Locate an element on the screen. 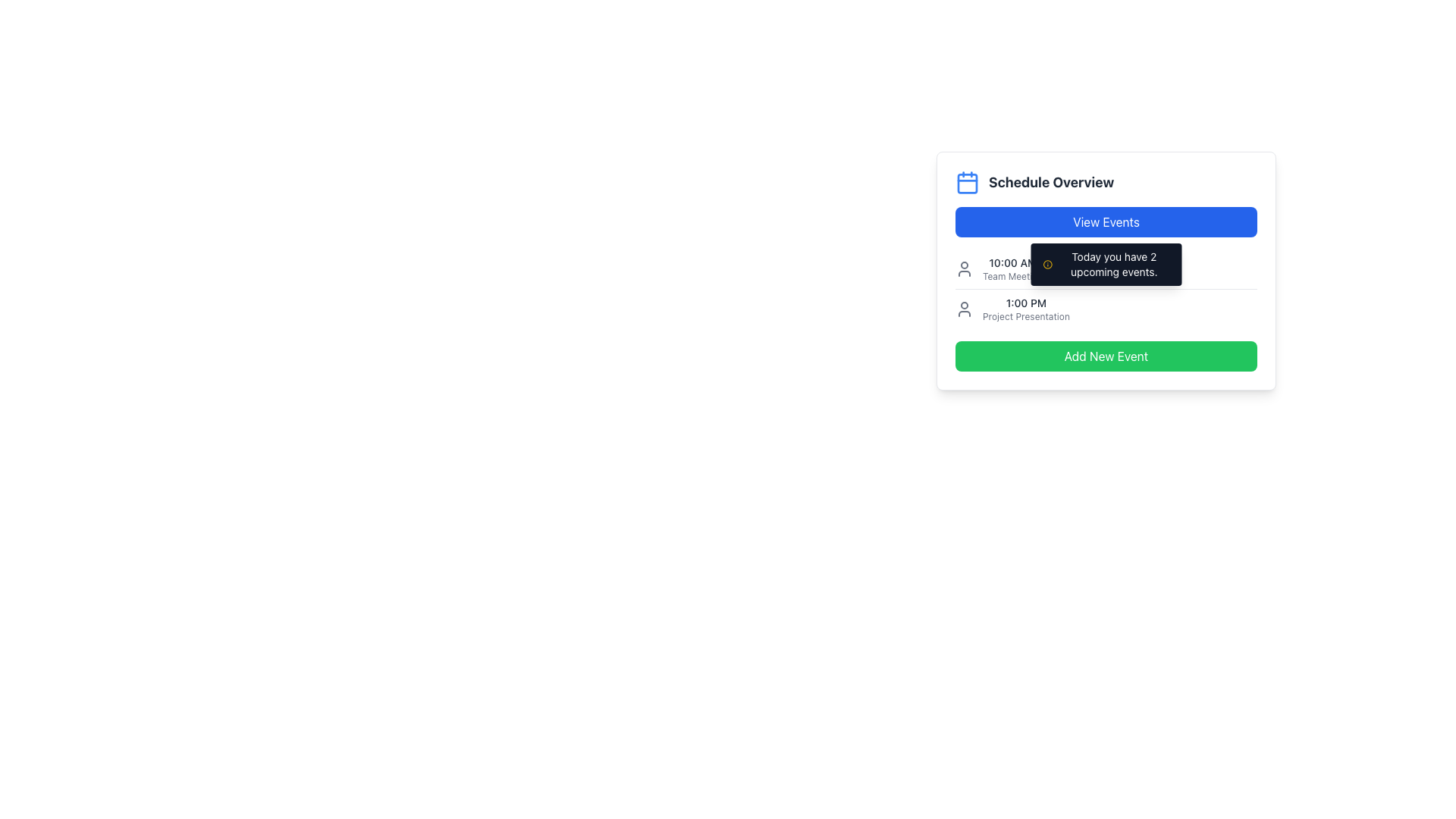 The image size is (1456, 819). the first list item that provides information about an event scheduled for 10:00 AM is located at coordinates (1106, 268).